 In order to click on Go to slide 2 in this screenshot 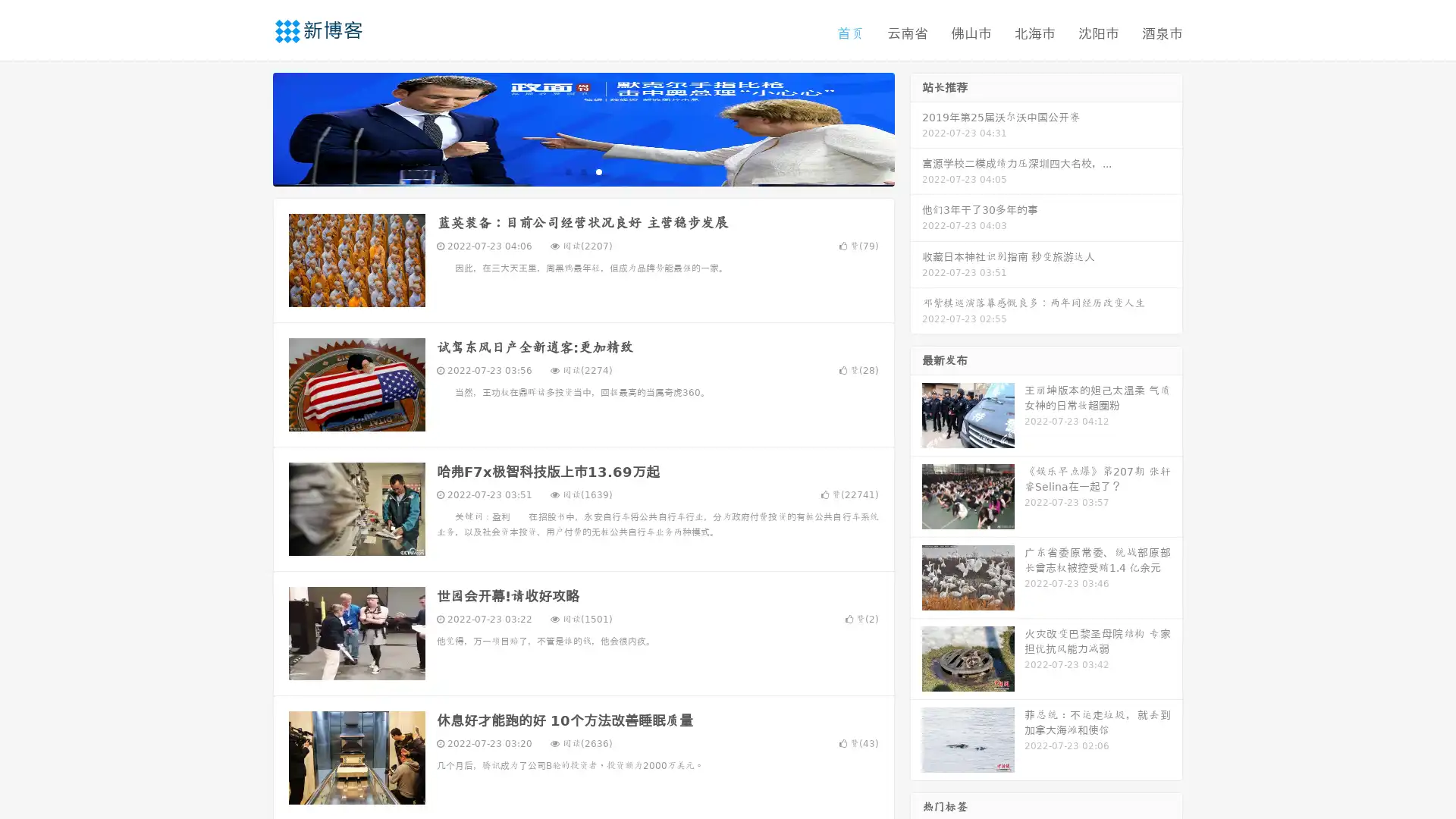, I will do `click(582, 171)`.